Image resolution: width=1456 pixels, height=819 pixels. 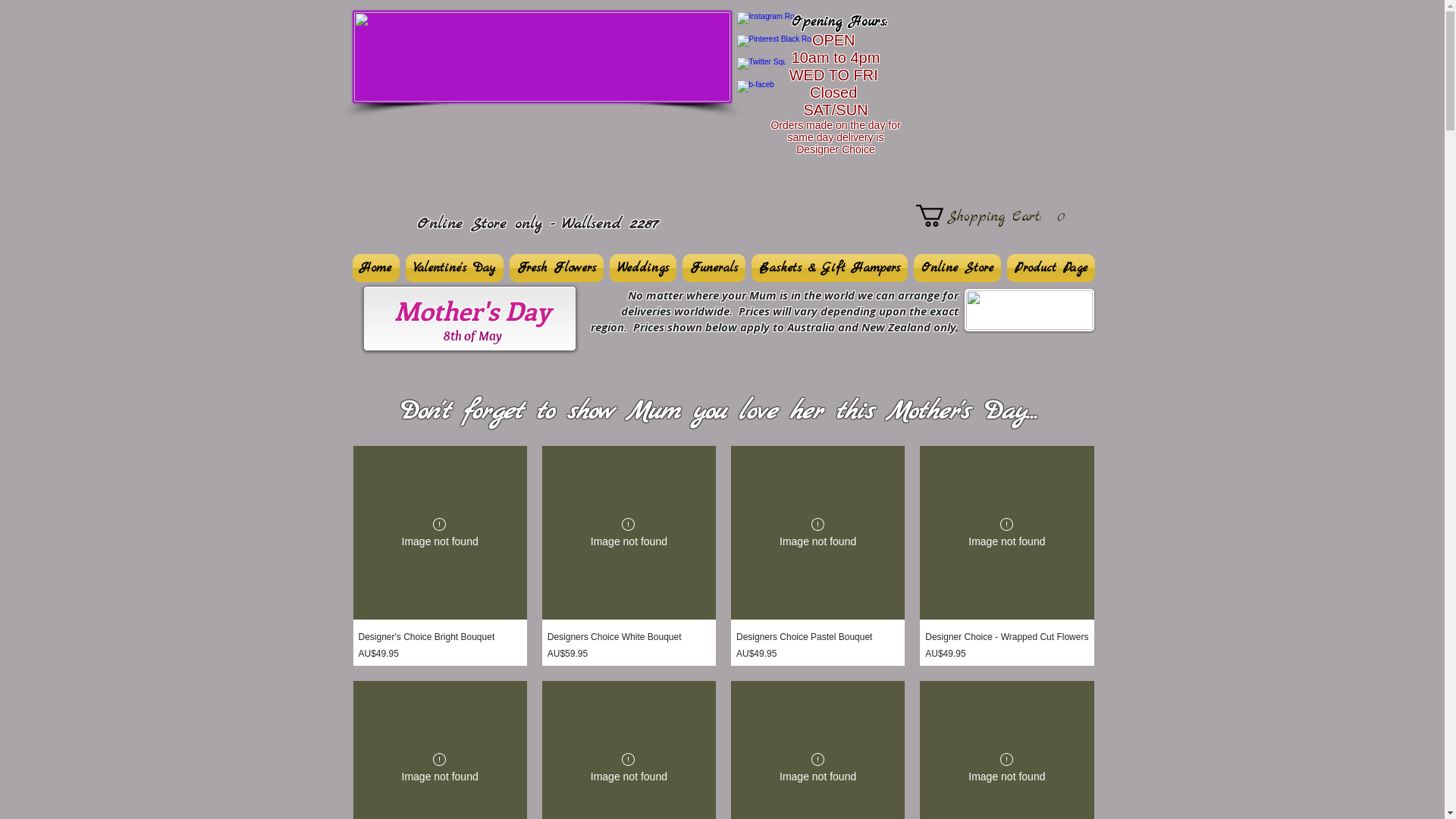 I want to click on 'Designers Choice White Bouquet, so click(x=629, y=532).